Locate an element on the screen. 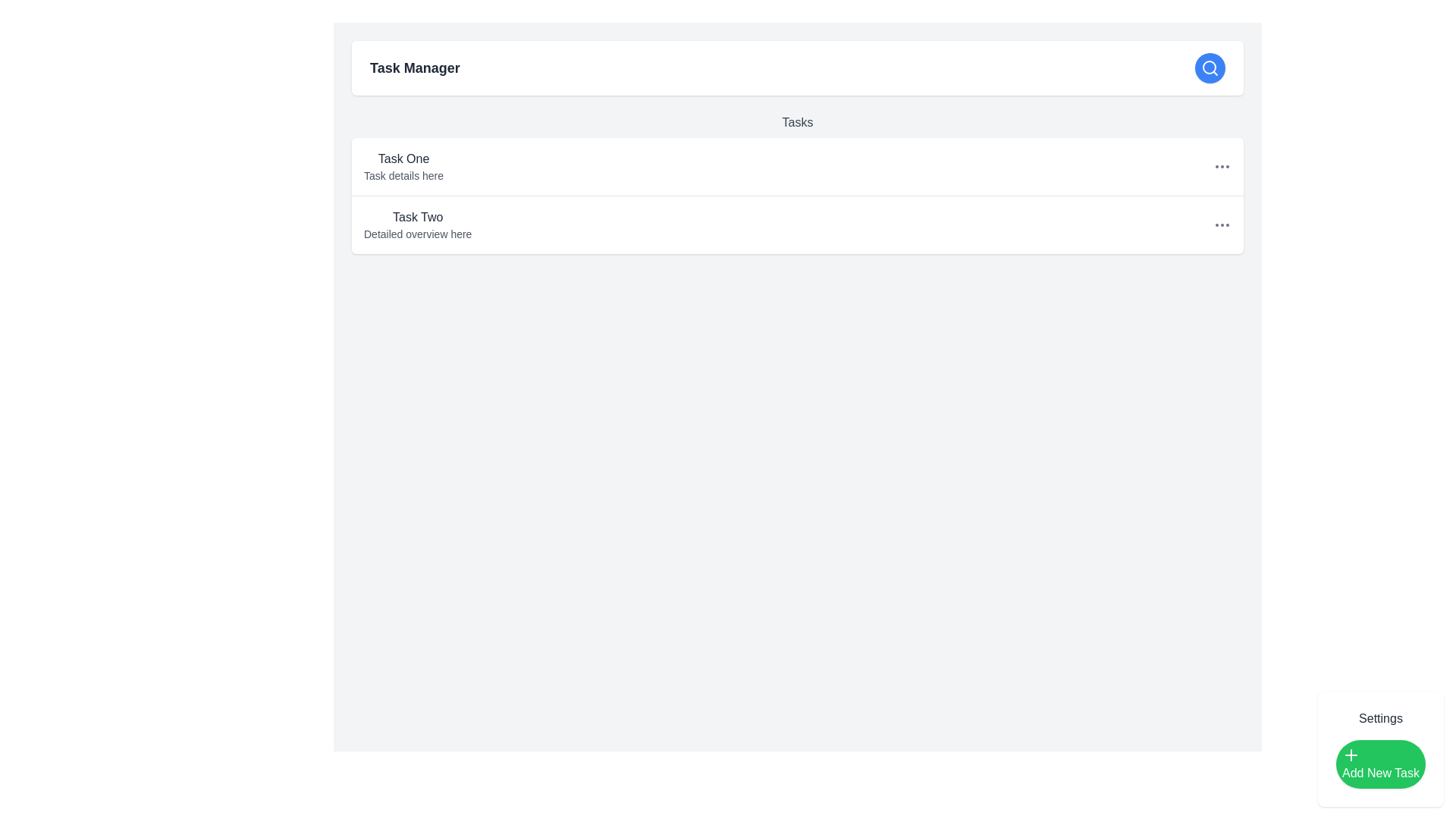 This screenshot has width=1456, height=819. the 'Tasks' text label element, which is styled in gray and positioned below the 'Task Manager' header and above the task listings is located at coordinates (796, 122).